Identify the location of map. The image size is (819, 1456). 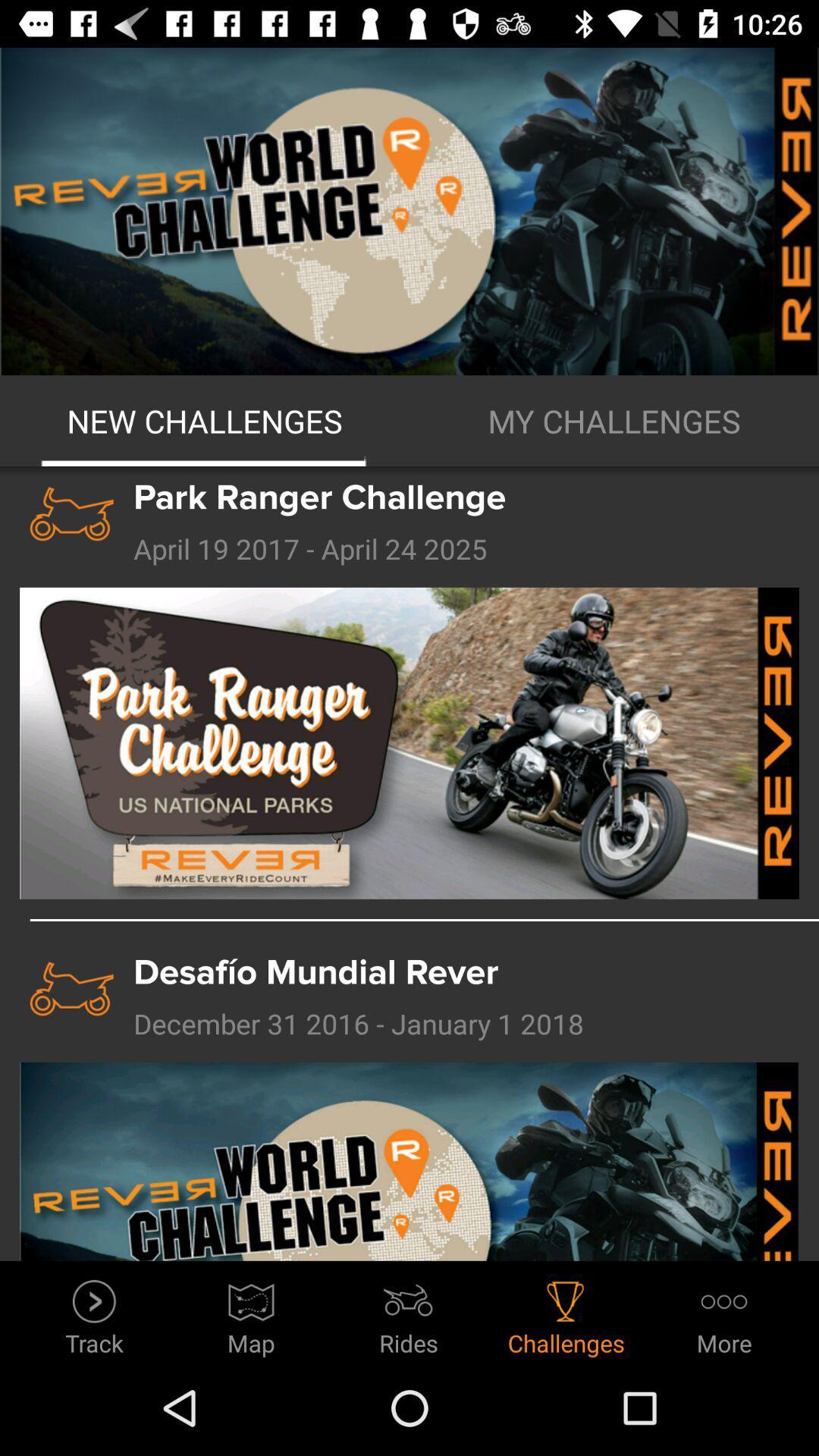
(250, 1313).